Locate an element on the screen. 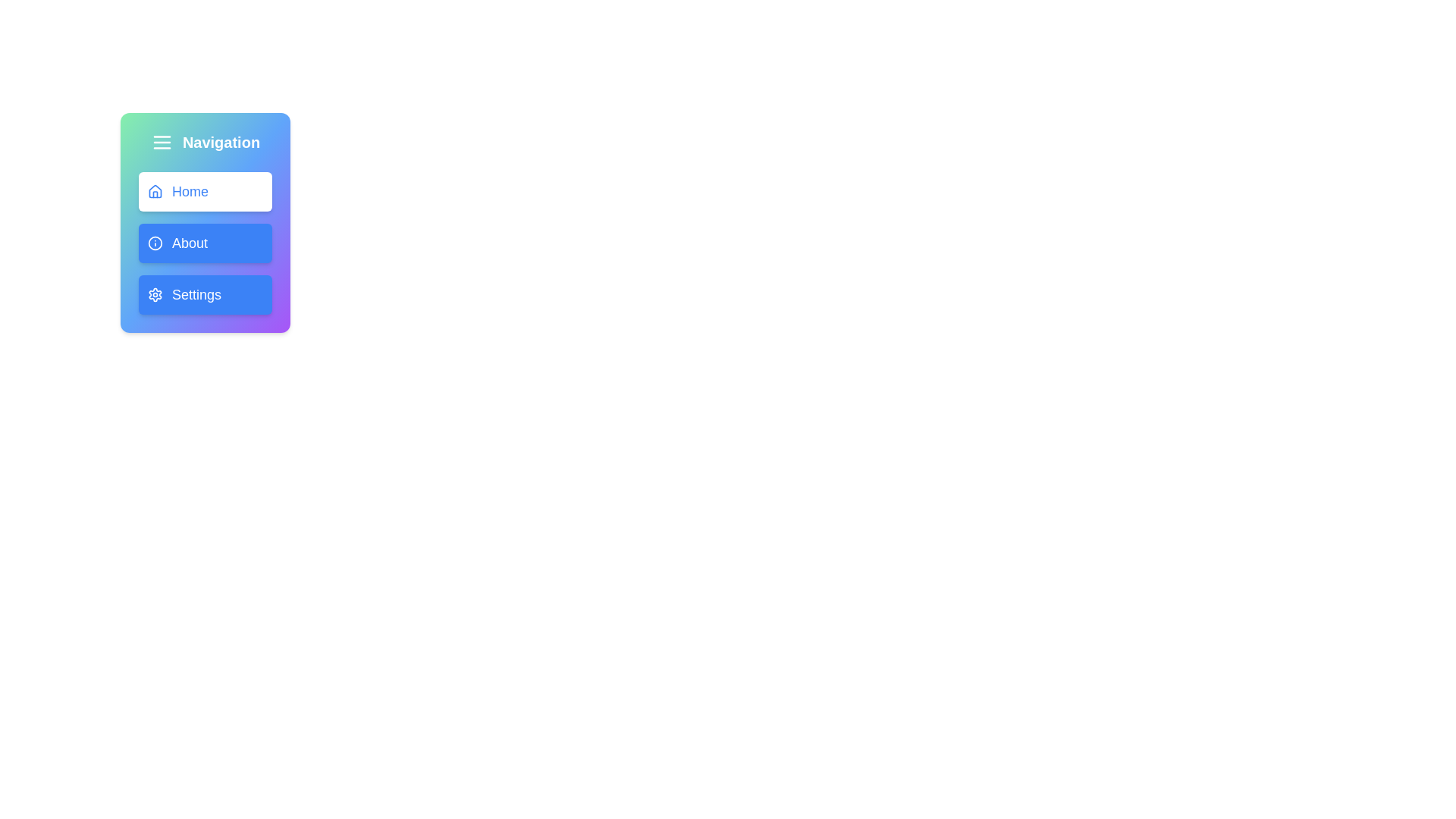 This screenshot has width=1456, height=819. the house icon in the navigation menu is located at coordinates (155, 191).